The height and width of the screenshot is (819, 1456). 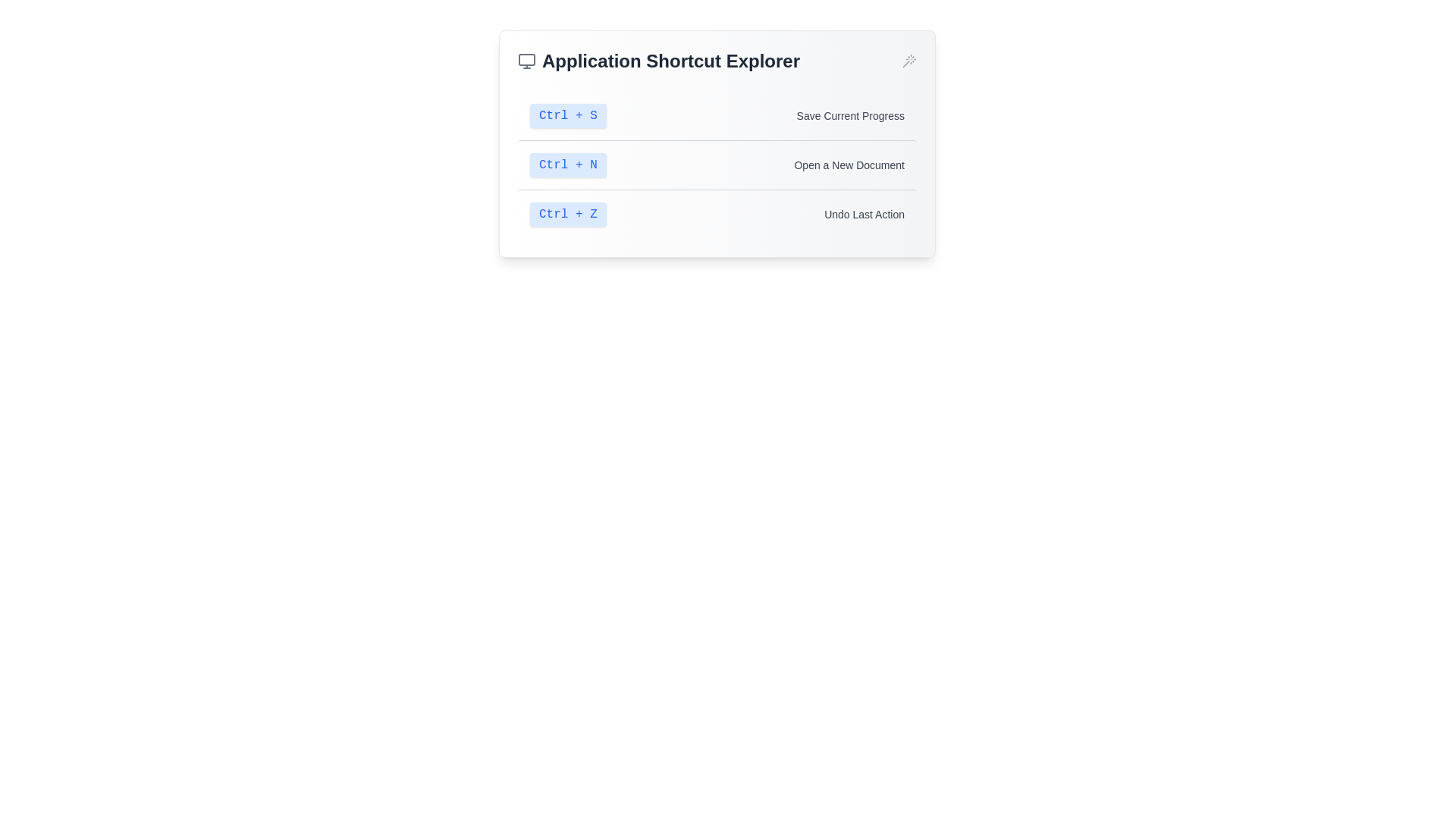 What do you see at coordinates (567, 214) in the screenshot?
I see `text of the label component indicating the keyboard shortcut 'Ctrl + Z' for the 'Undo Last Action' functionality, located in the third row of the 'Application Shortcut Explorer' panel` at bounding box center [567, 214].